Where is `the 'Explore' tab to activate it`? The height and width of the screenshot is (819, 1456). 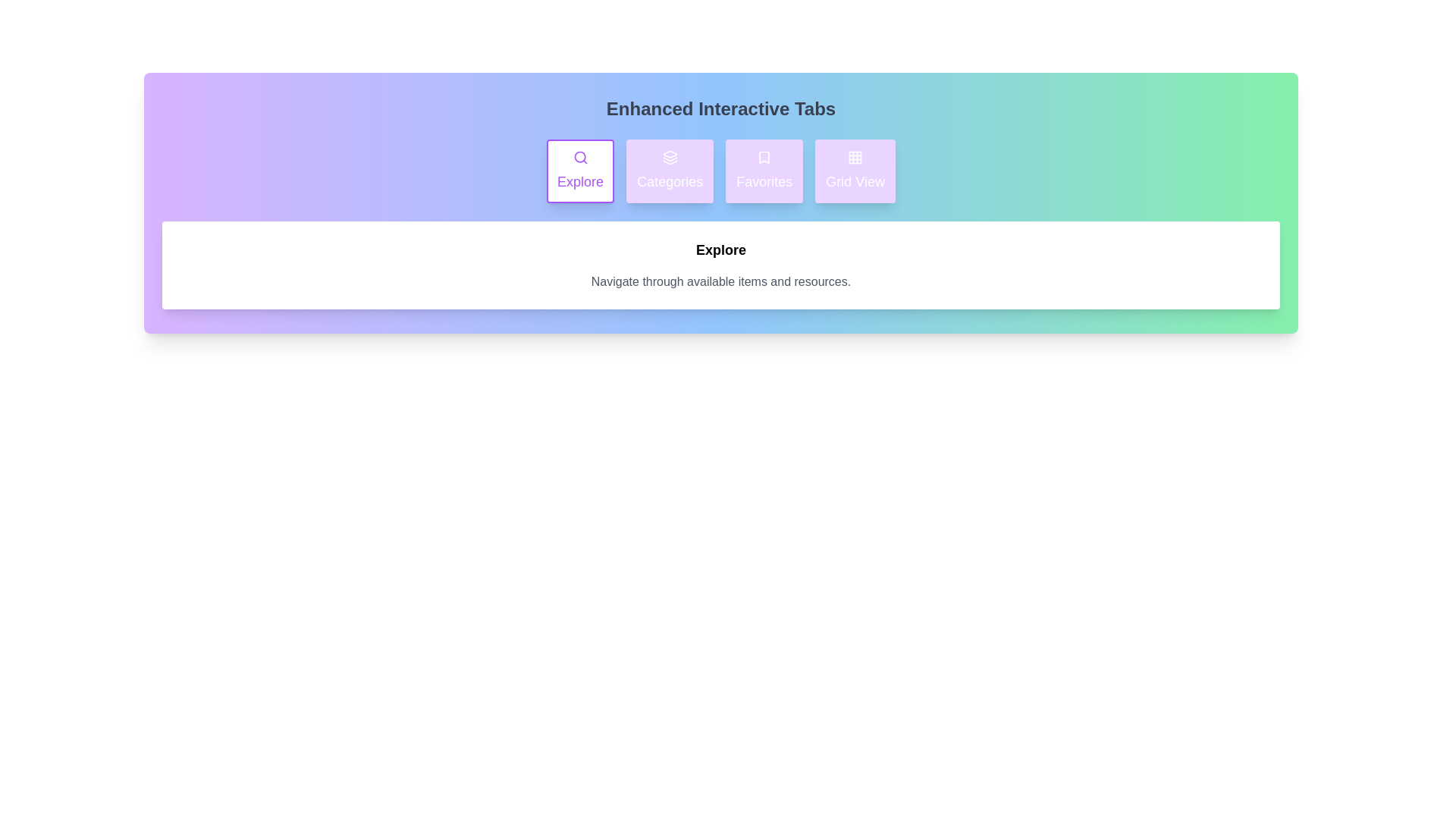
the 'Explore' tab to activate it is located at coordinates (579, 171).